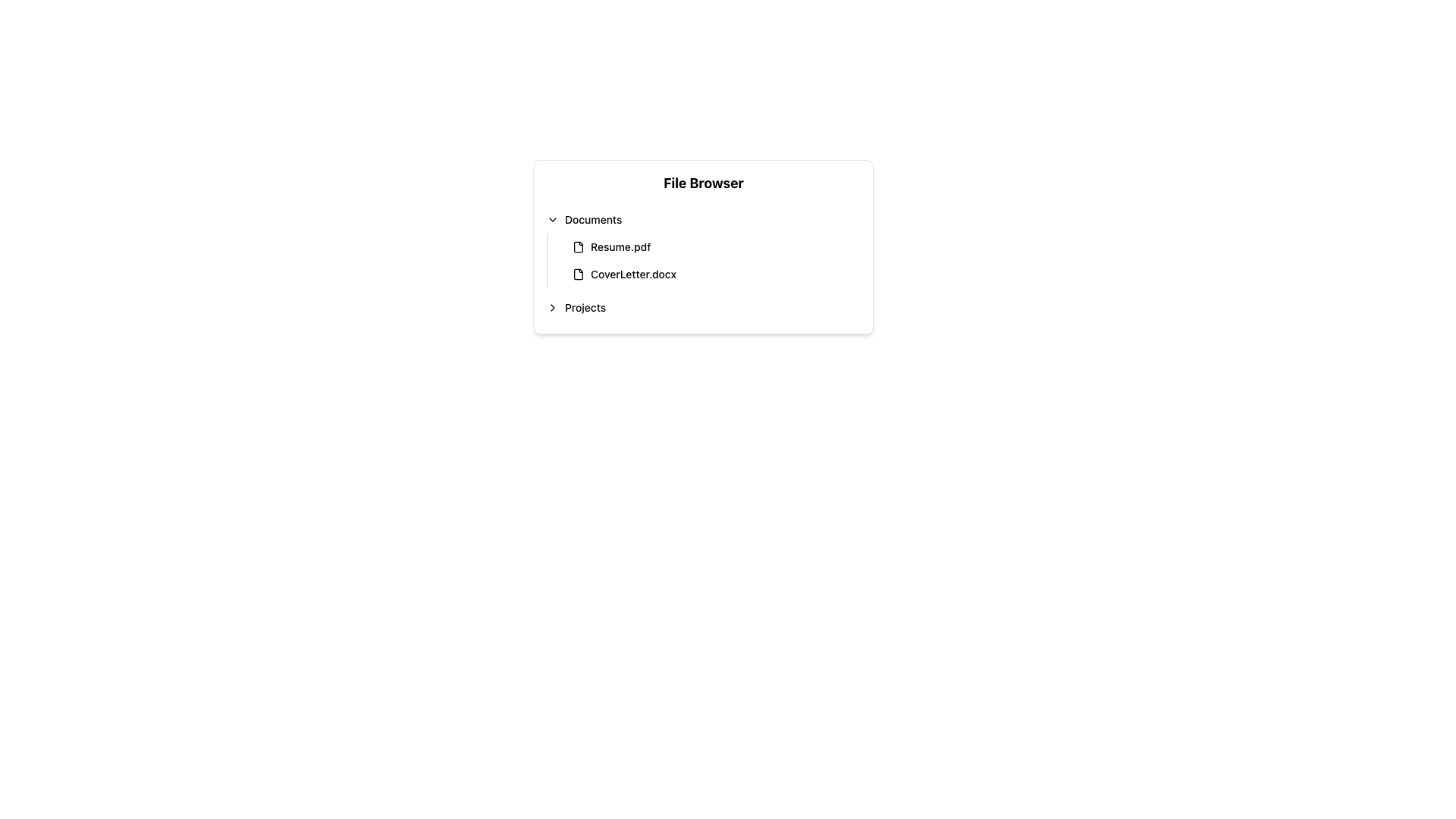 The image size is (1456, 819). Describe the element at coordinates (716, 246) in the screenshot. I see `to select the 'Resume.pdf' file entry, which is the first item in the list of documents under the 'Documents' section in the file browser` at that location.